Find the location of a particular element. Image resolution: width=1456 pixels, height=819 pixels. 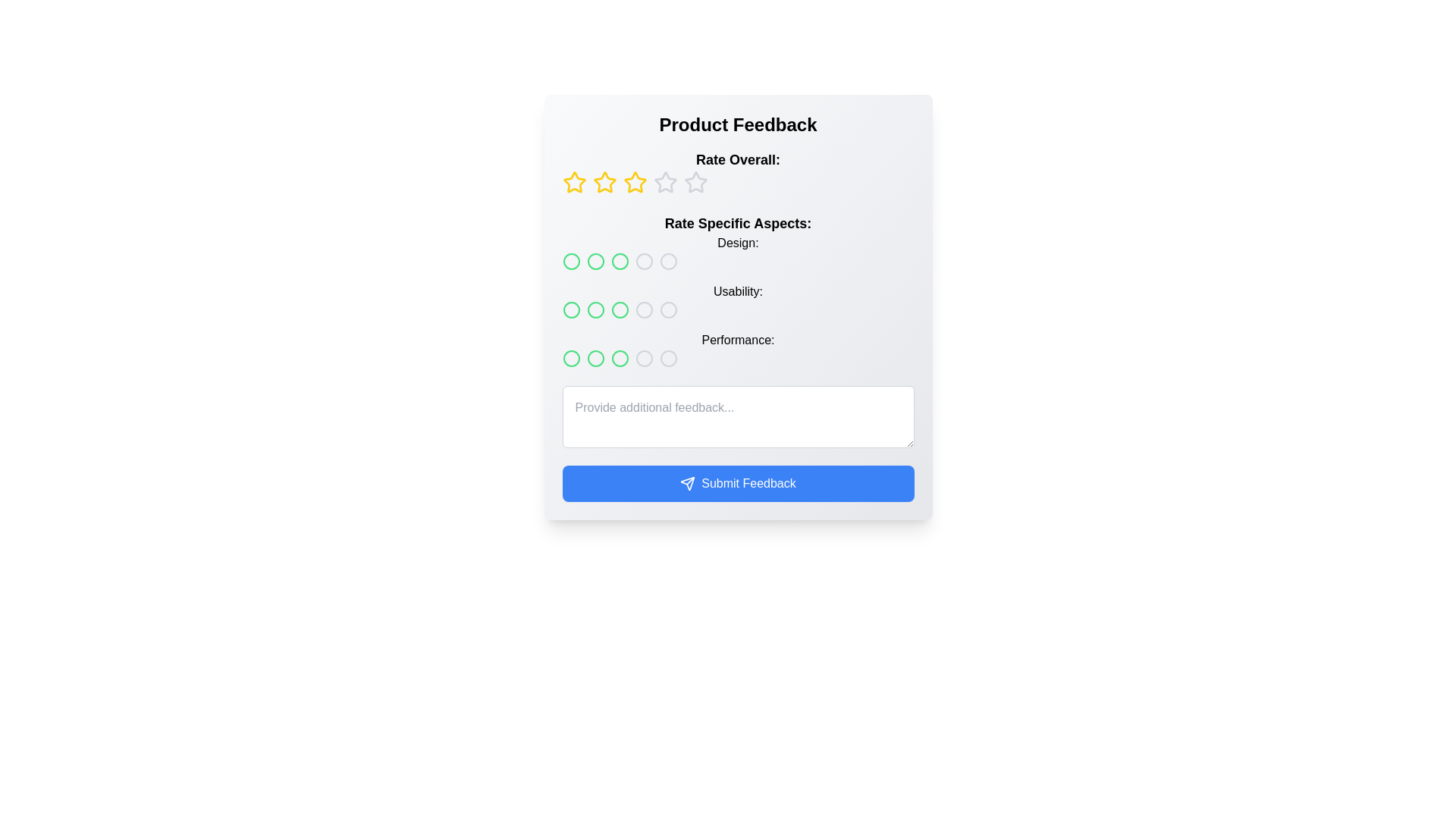

the fourth circular rating selector icon in the 'Rate Specific Aspects' section under 'Performance' is located at coordinates (667, 359).